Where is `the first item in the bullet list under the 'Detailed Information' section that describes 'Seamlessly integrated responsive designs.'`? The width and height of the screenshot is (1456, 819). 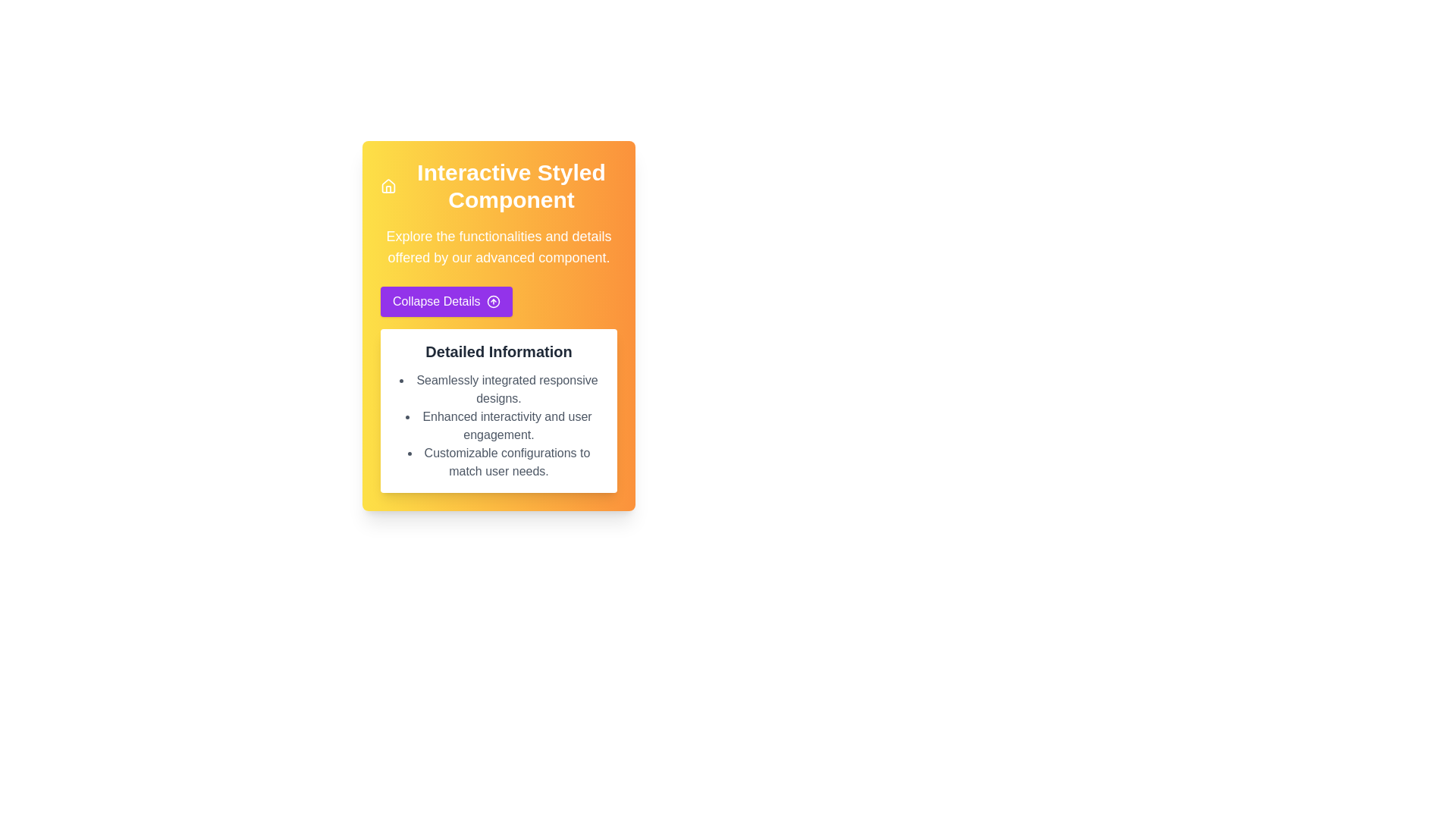 the first item in the bullet list under the 'Detailed Information' section that describes 'Seamlessly integrated responsive designs.' is located at coordinates (498, 388).